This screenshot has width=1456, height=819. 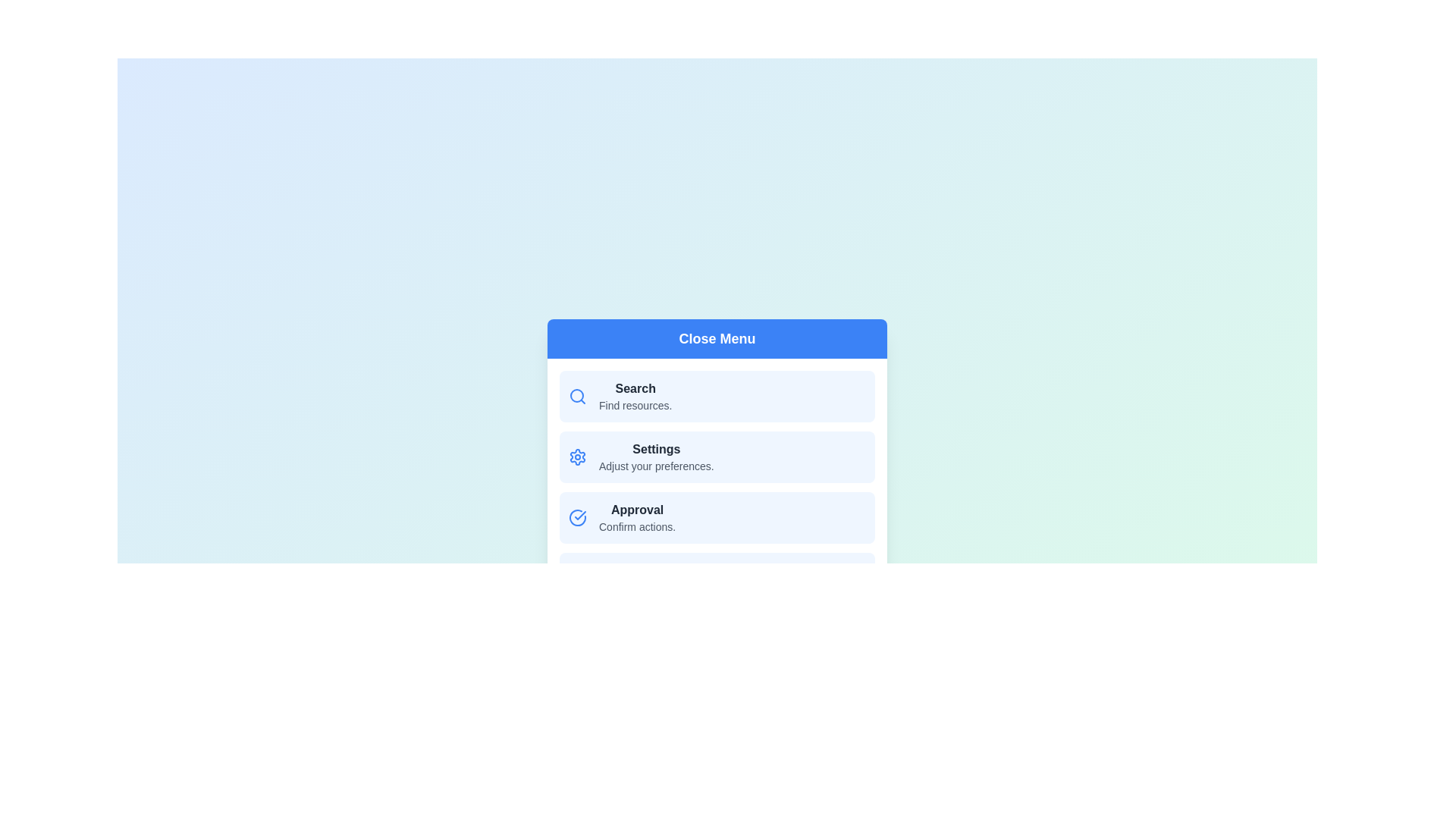 What do you see at coordinates (716, 338) in the screenshot?
I see `the 'Close Menu' button to toggle the menu visibility` at bounding box center [716, 338].